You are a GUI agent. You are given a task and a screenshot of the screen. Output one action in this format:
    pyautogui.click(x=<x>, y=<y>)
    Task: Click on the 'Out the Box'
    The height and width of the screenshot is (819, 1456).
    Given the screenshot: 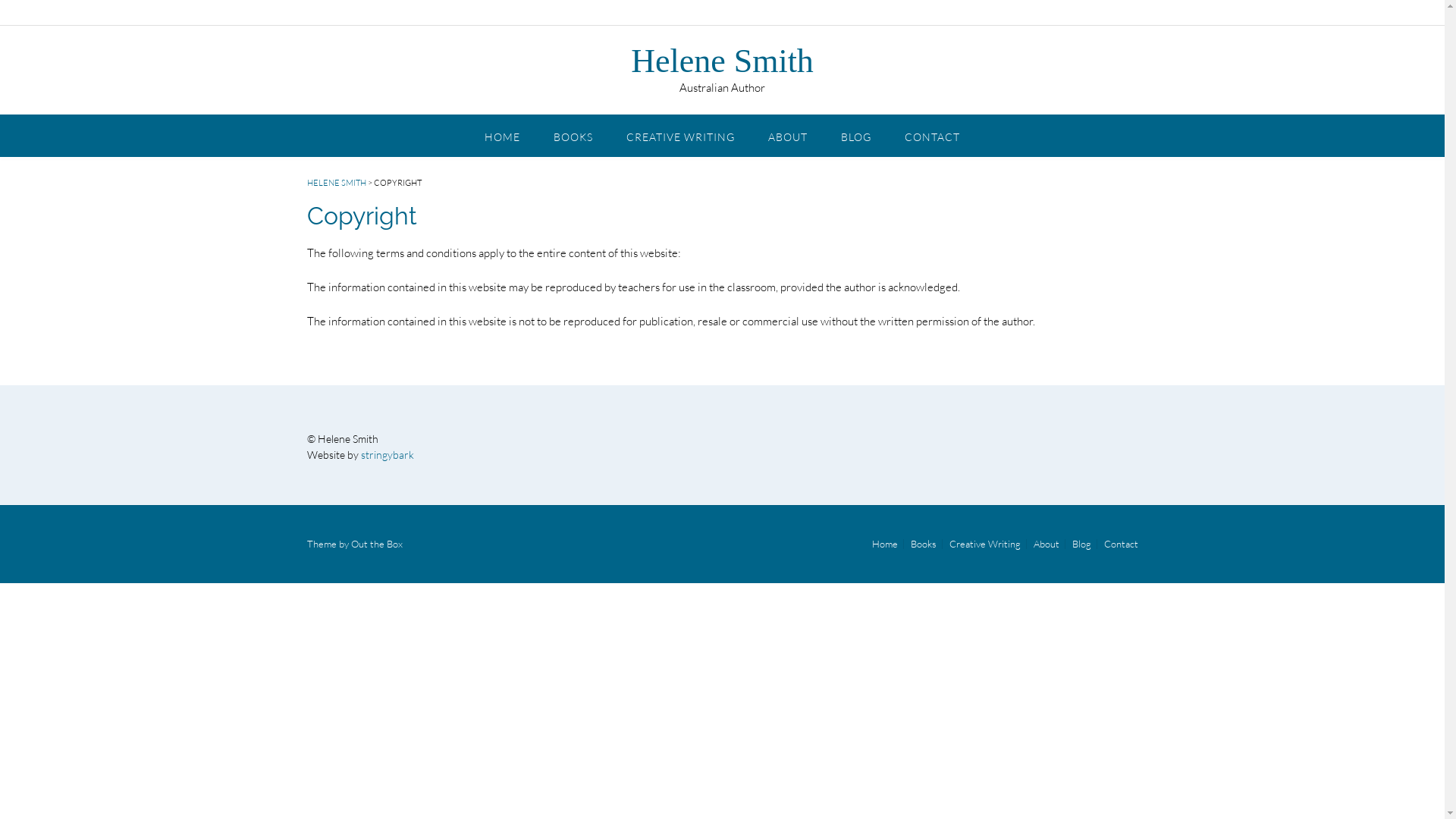 What is the action you would take?
    pyautogui.click(x=375, y=543)
    